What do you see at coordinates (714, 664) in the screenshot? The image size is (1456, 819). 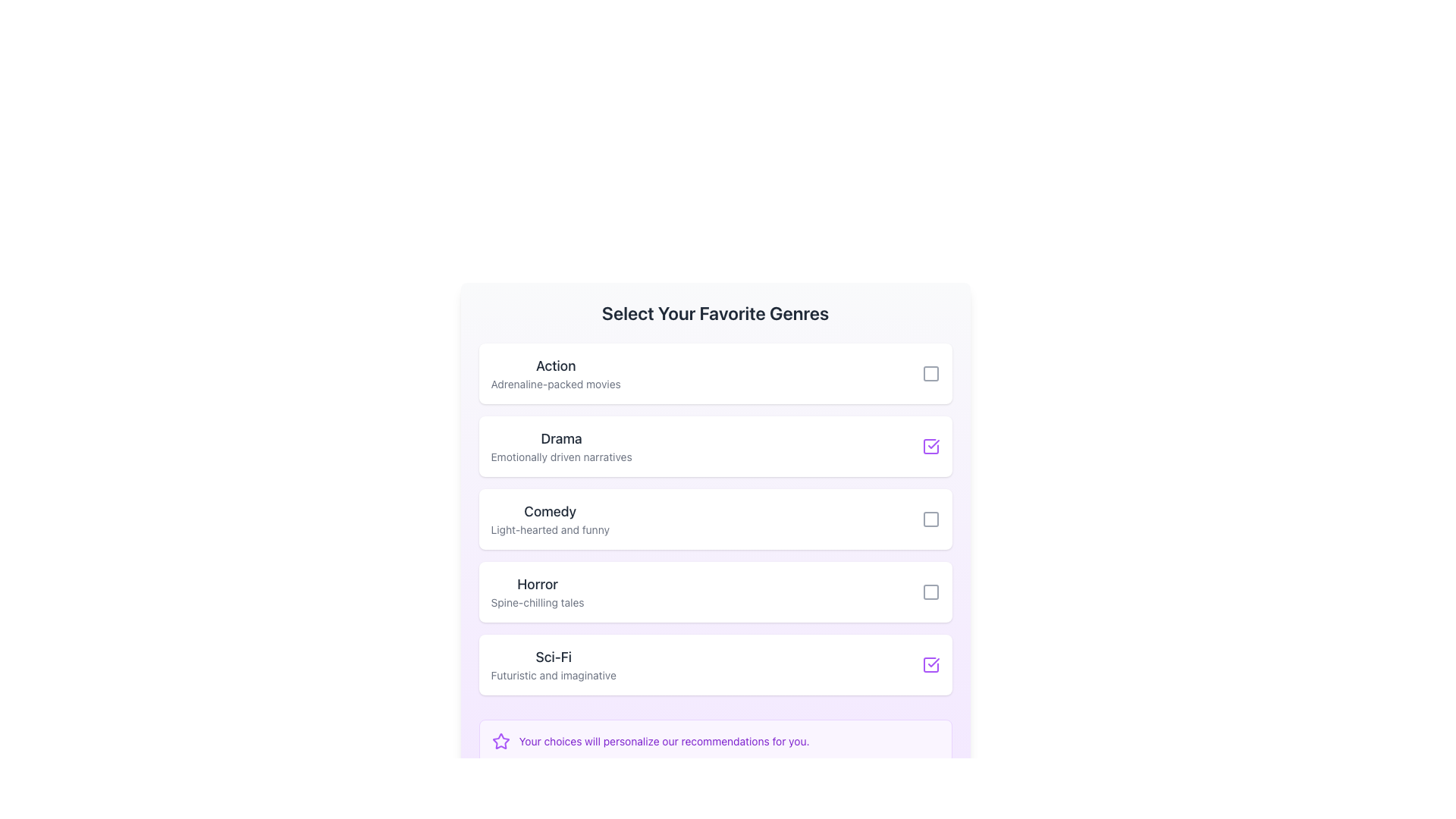 I see `the checkbox for the 'Sci-Fi' genre option in the selectable list item` at bounding box center [714, 664].